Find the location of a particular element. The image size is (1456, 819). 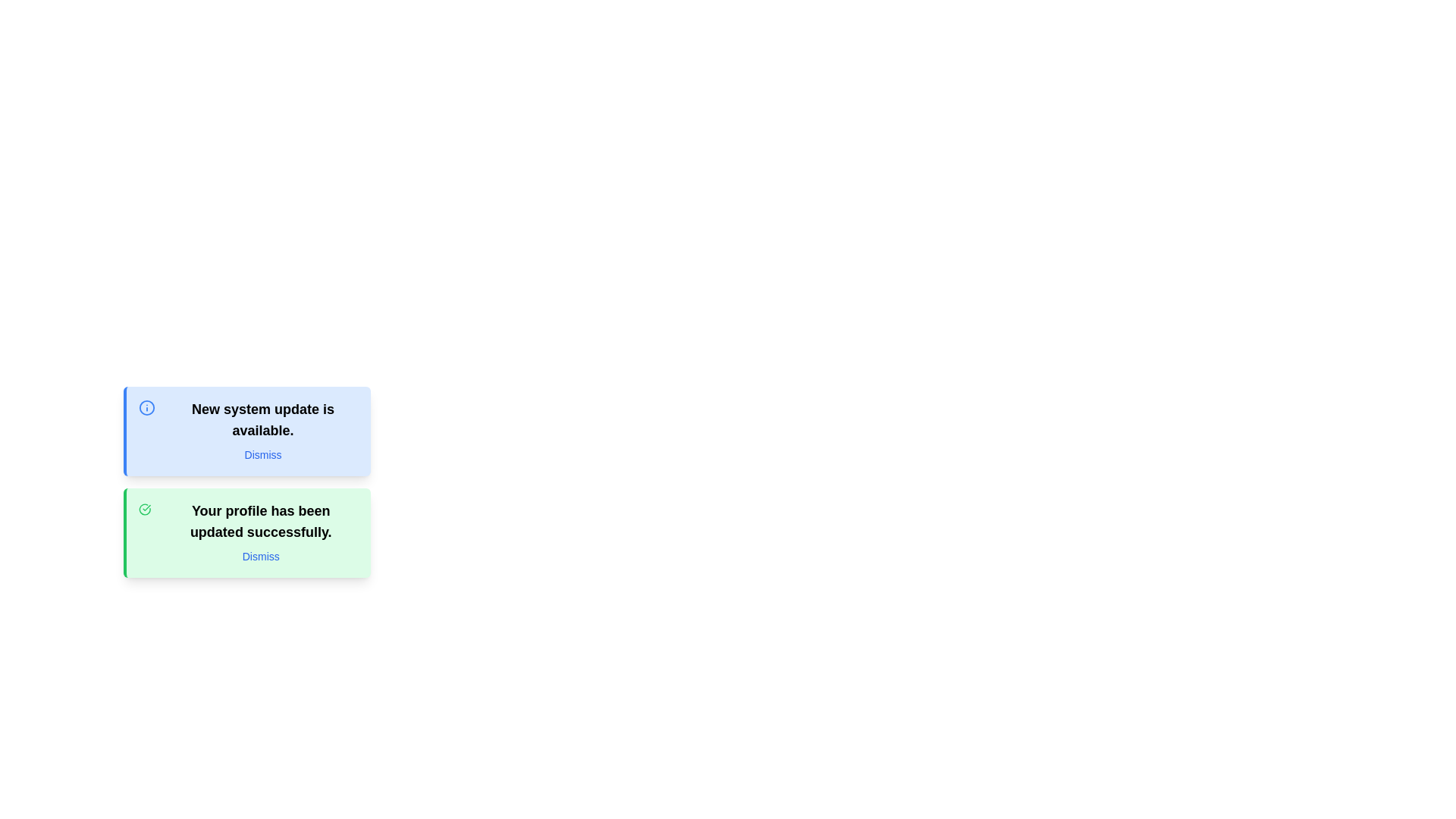

the text block displaying 'New system update is available.' which is styled in bold and is located within a light blue background is located at coordinates (262, 420).